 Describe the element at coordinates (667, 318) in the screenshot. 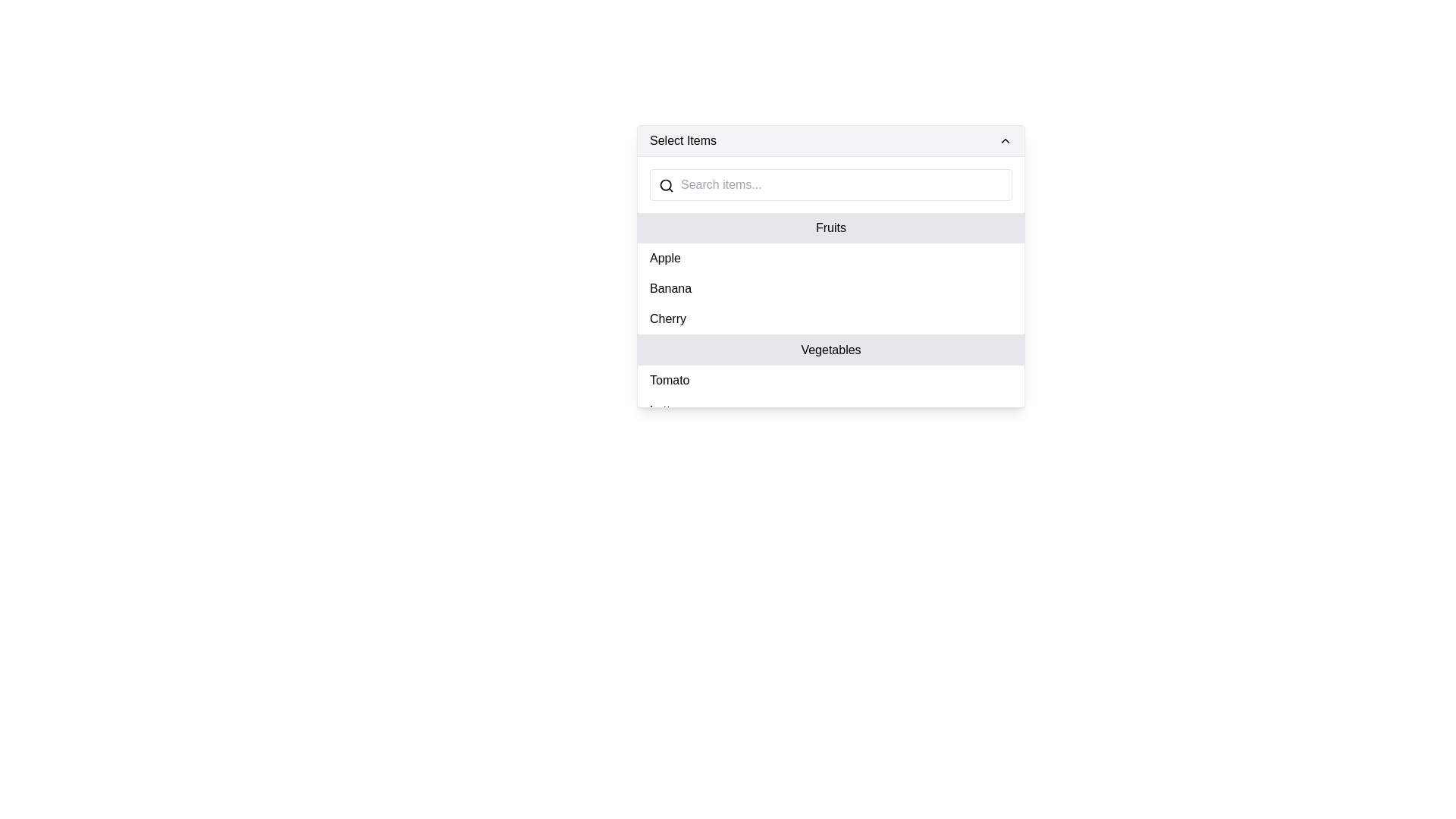

I see `the text 'Cherry' in the dropdown menu` at that location.